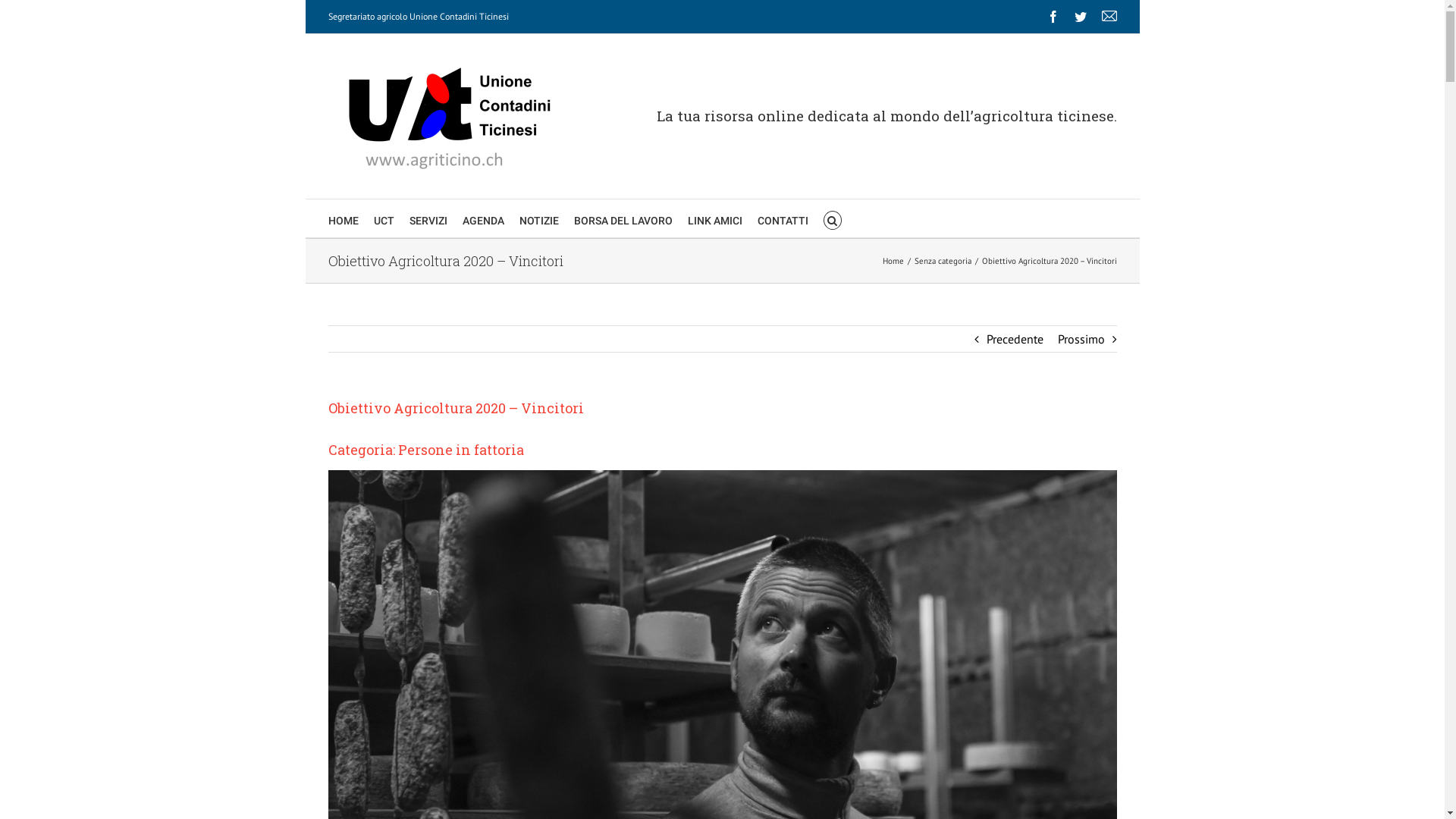 The width and height of the screenshot is (1456, 819). What do you see at coordinates (713, 218) in the screenshot?
I see `'LINK AMICI'` at bounding box center [713, 218].